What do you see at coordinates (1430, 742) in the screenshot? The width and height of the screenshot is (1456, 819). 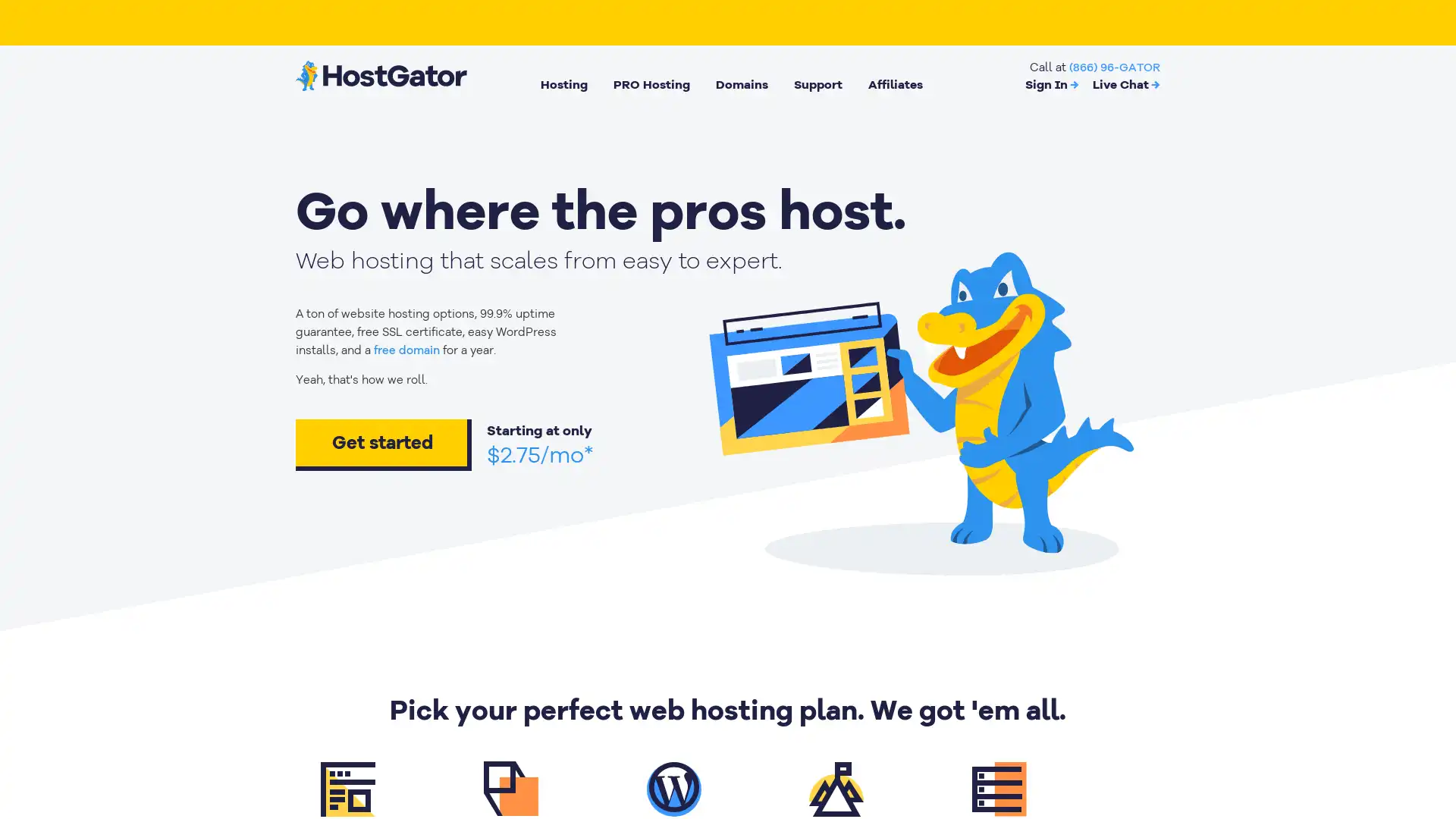 I see `Explore your accessibility options` at bounding box center [1430, 742].